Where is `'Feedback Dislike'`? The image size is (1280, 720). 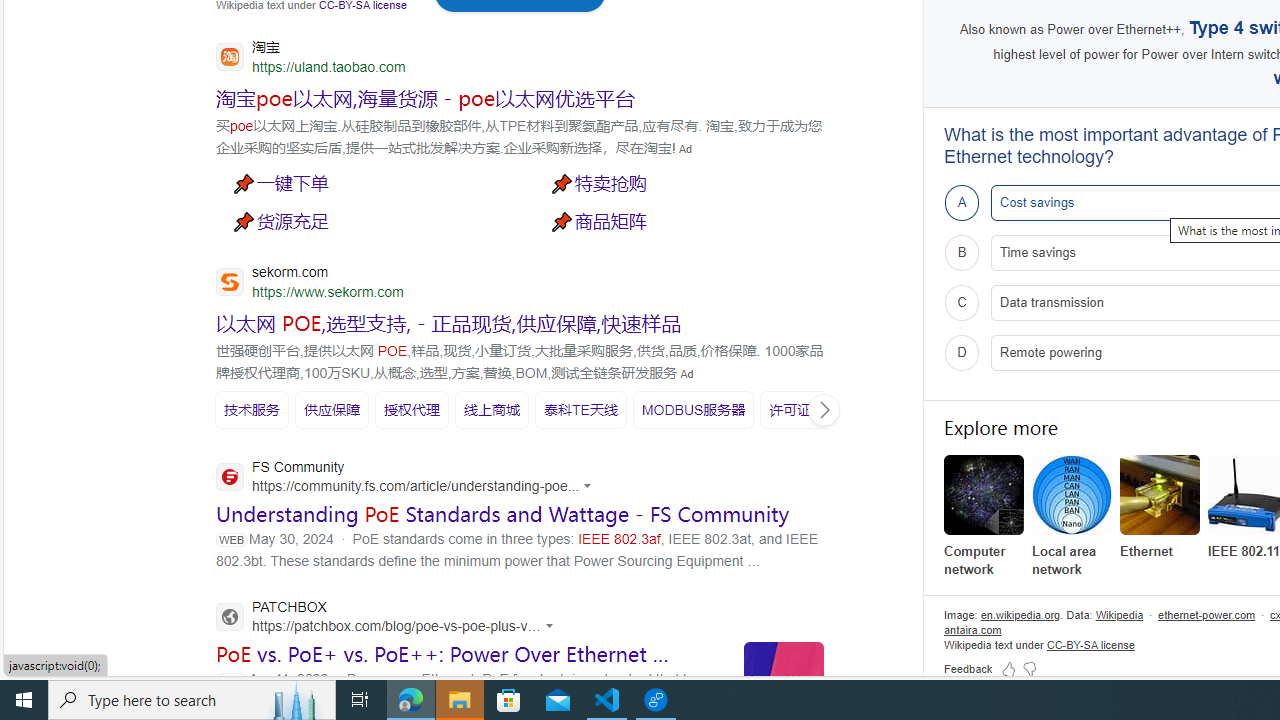 'Feedback Dislike' is located at coordinates (1029, 668).